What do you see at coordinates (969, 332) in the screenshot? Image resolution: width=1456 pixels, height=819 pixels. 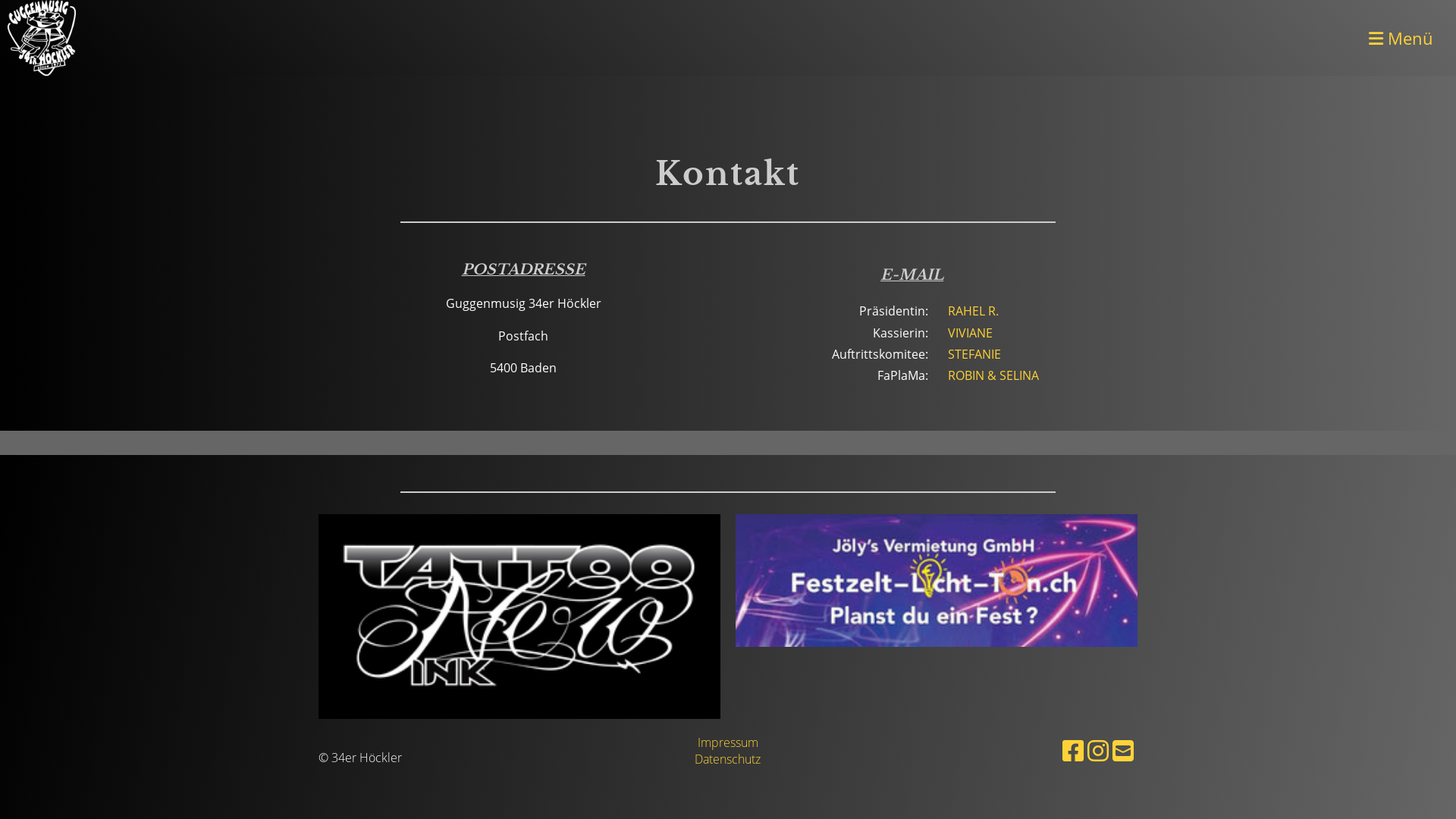 I see `'VIVIANE'` at bounding box center [969, 332].